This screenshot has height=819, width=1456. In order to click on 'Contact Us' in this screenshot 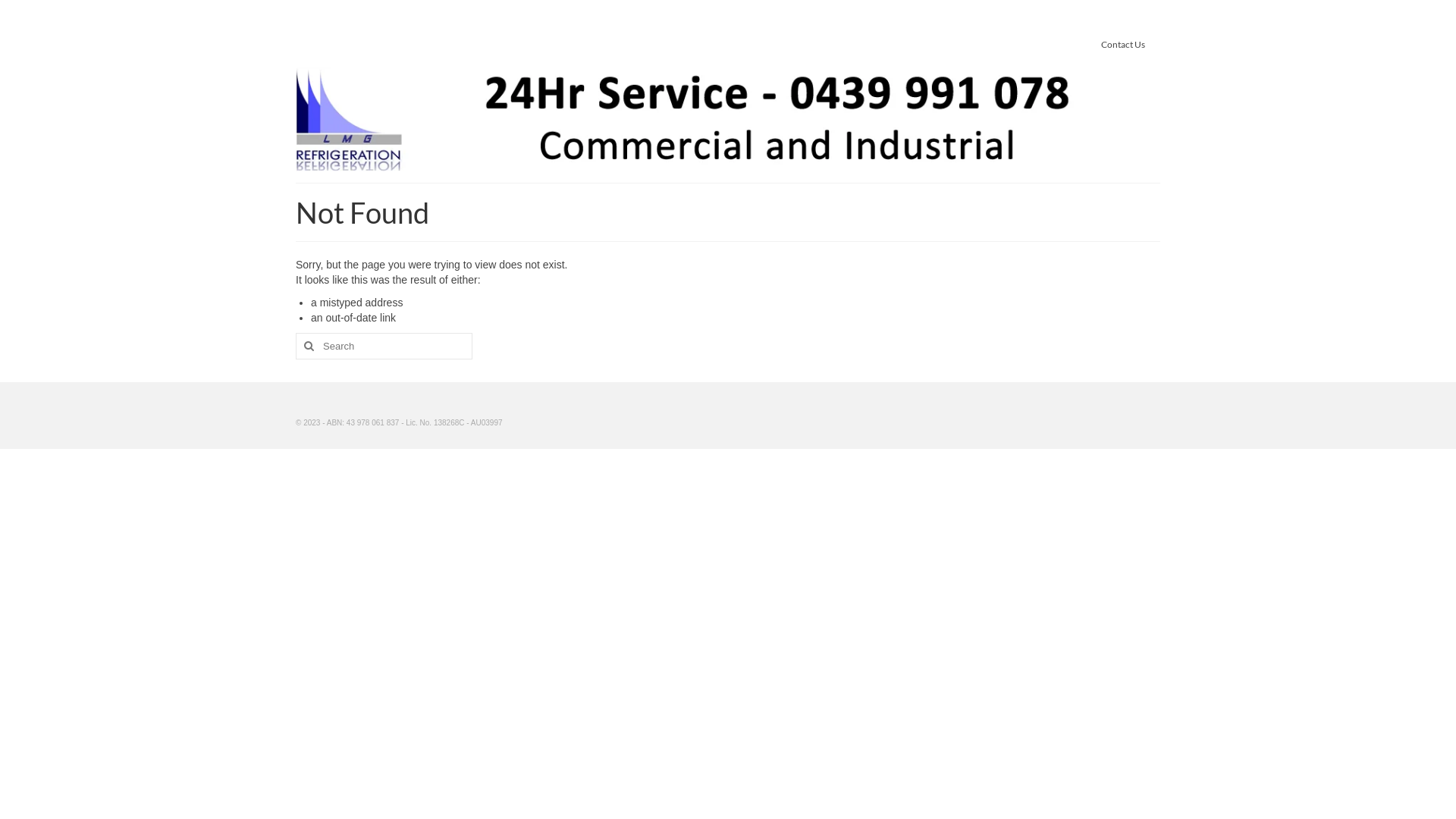, I will do `click(1123, 43)`.